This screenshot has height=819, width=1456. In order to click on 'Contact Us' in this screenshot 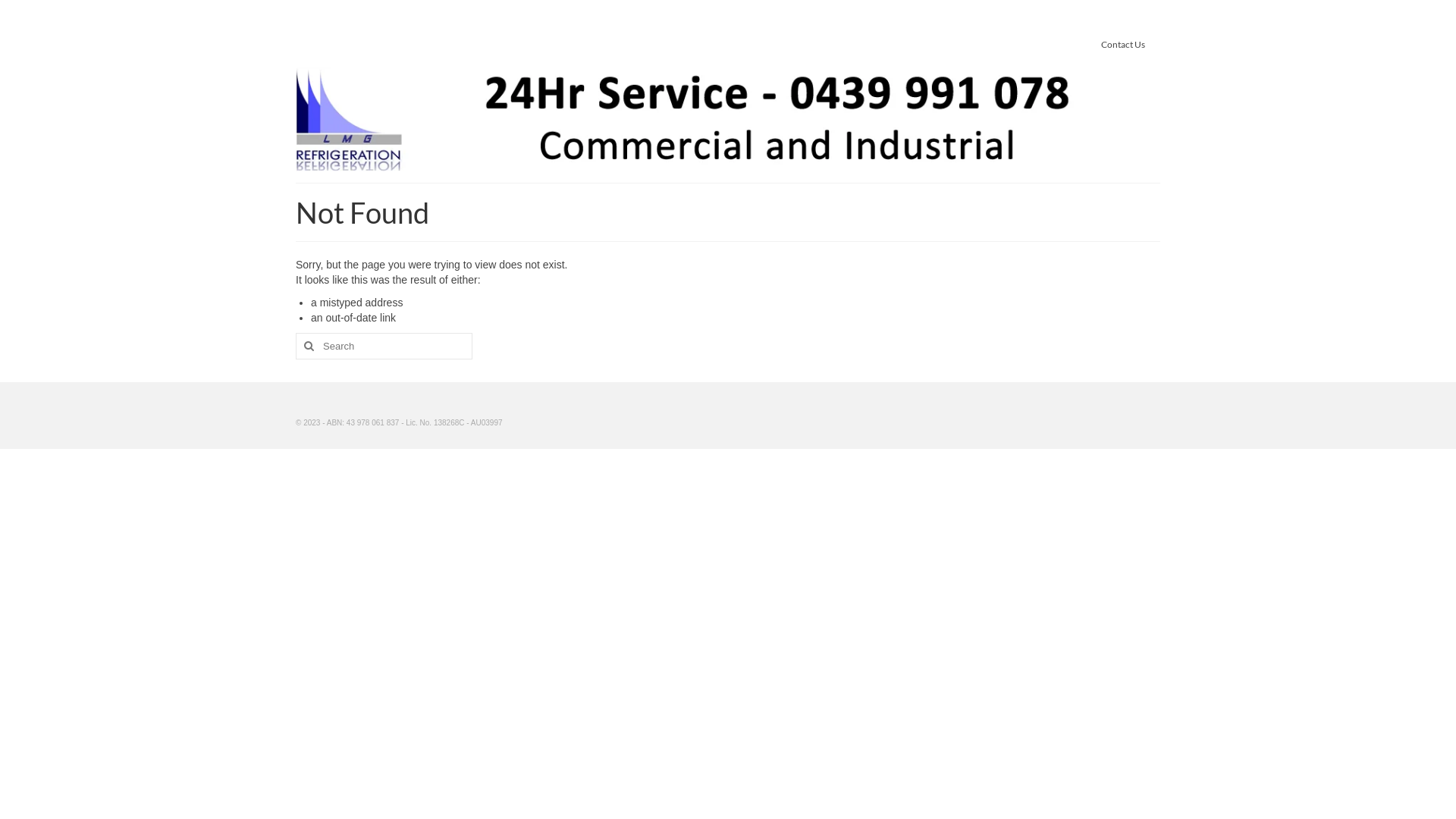, I will do `click(1123, 43)`.